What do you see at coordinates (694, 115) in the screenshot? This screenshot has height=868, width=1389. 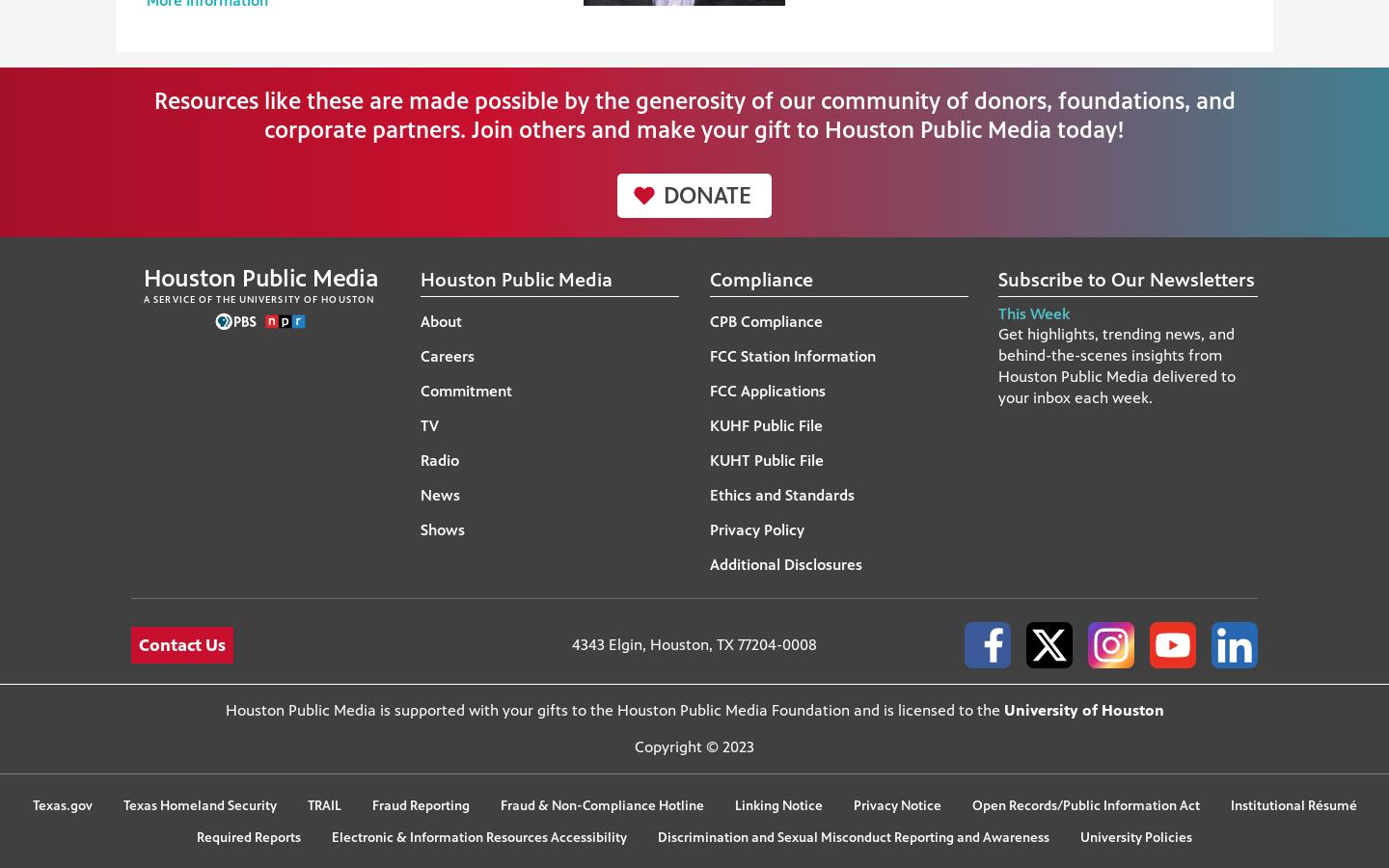 I see `'Resources like these are made possible by the generosity of our community of donors, foundations, and corporate partners. Join others and make your gift to Houston Public Media today!'` at bounding box center [694, 115].